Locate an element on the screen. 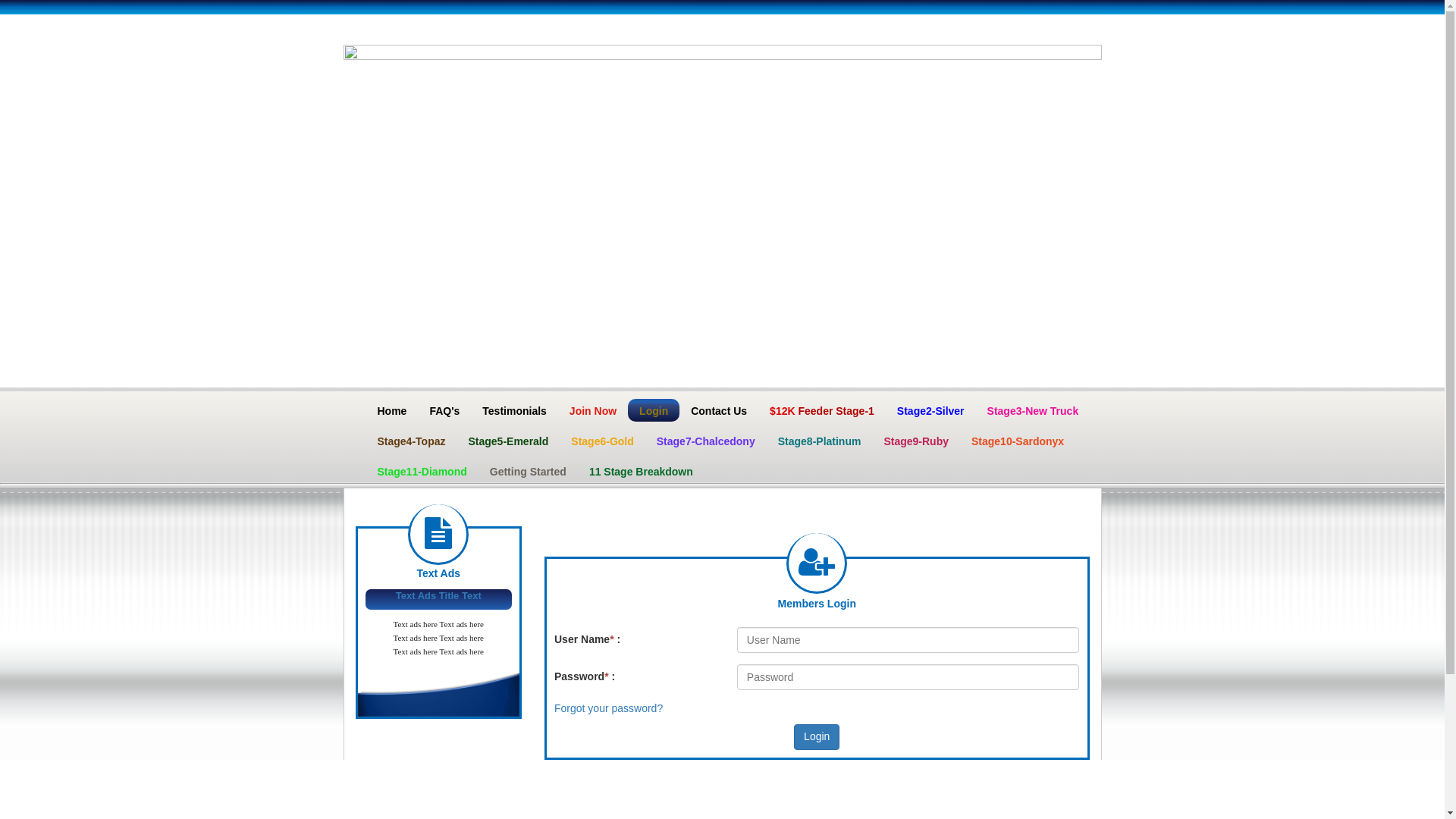 The height and width of the screenshot is (819, 1456). 'Forgot your password?' is located at coordinates (608, 708).